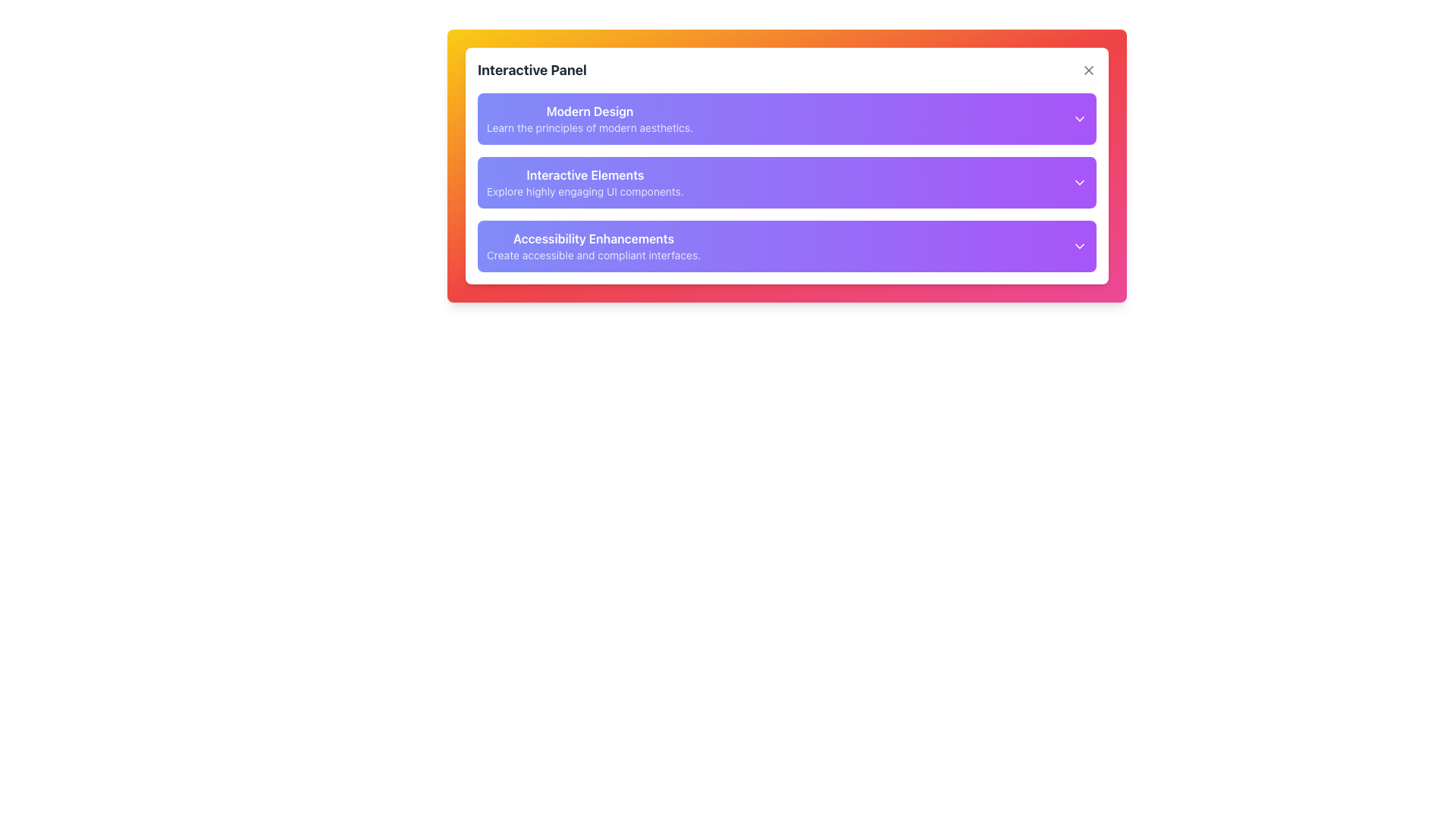  I want to click on the Text Label that serves as a title for the first section of the Interactive Panel, located above the subtitle 'Learn the principles of modern aesthetics.', so click(588, 110).